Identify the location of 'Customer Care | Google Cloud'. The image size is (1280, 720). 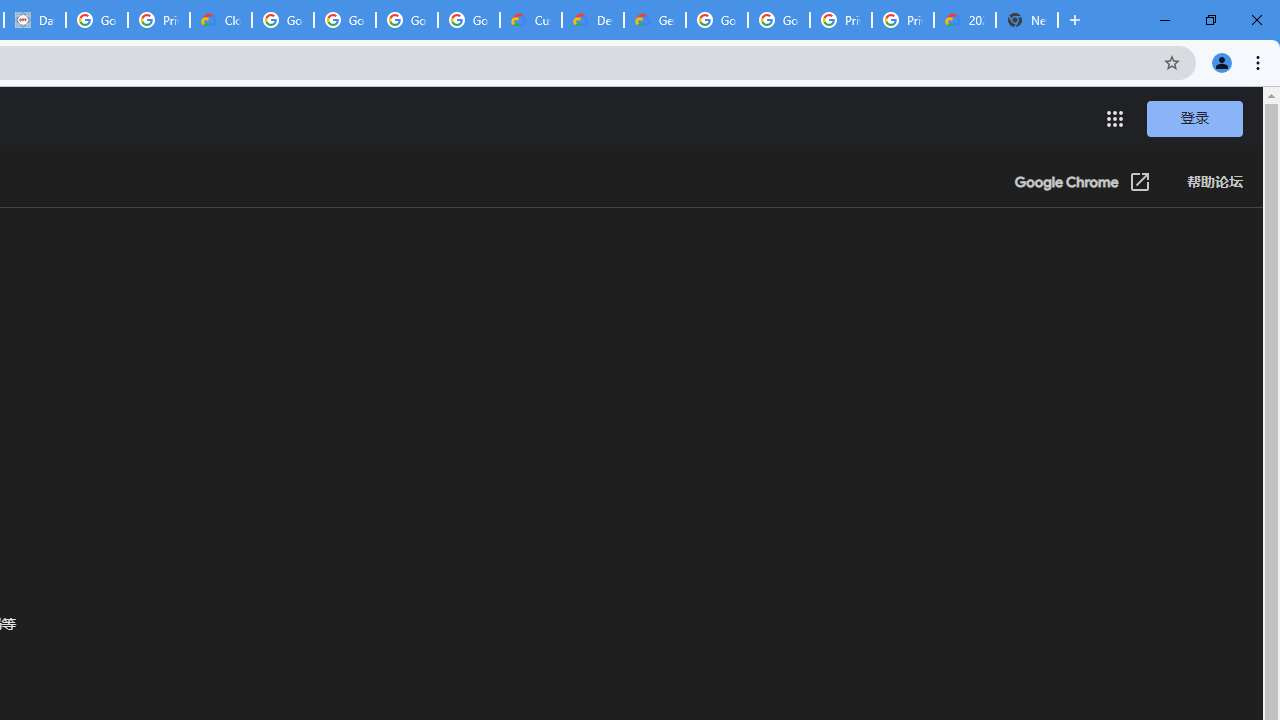
(531, 20).